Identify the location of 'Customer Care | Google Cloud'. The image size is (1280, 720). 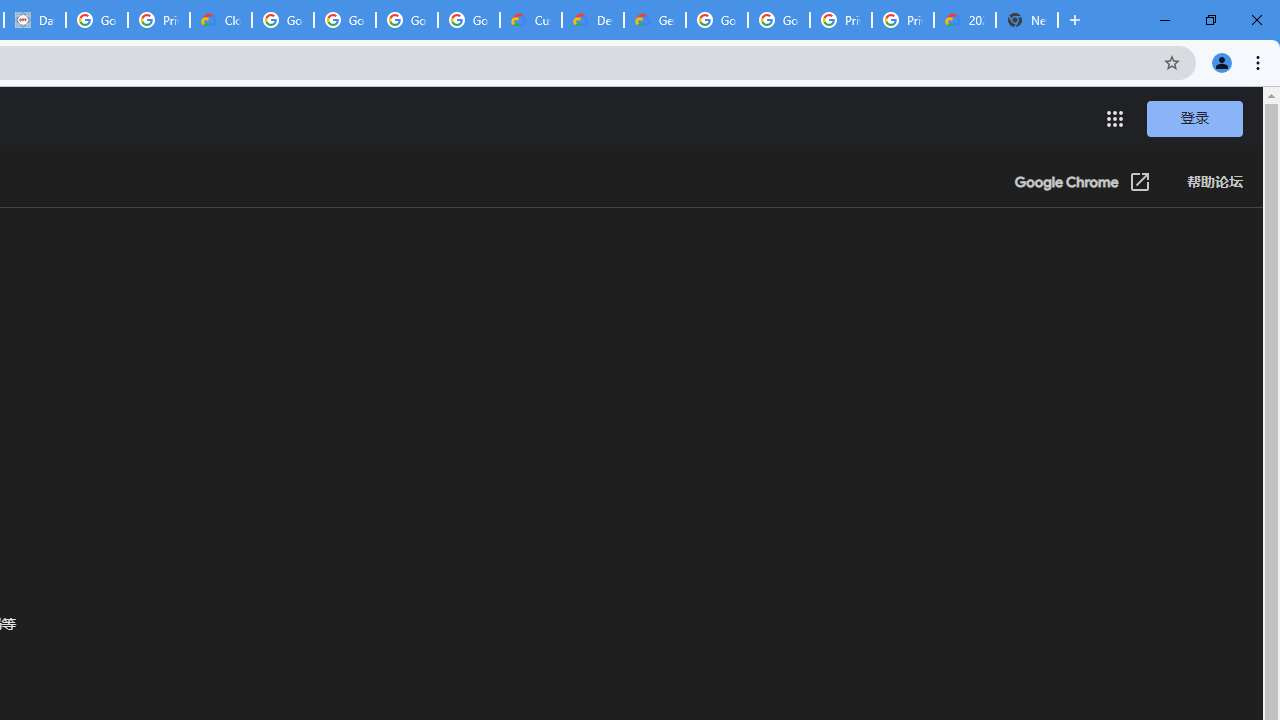
(531, 20).